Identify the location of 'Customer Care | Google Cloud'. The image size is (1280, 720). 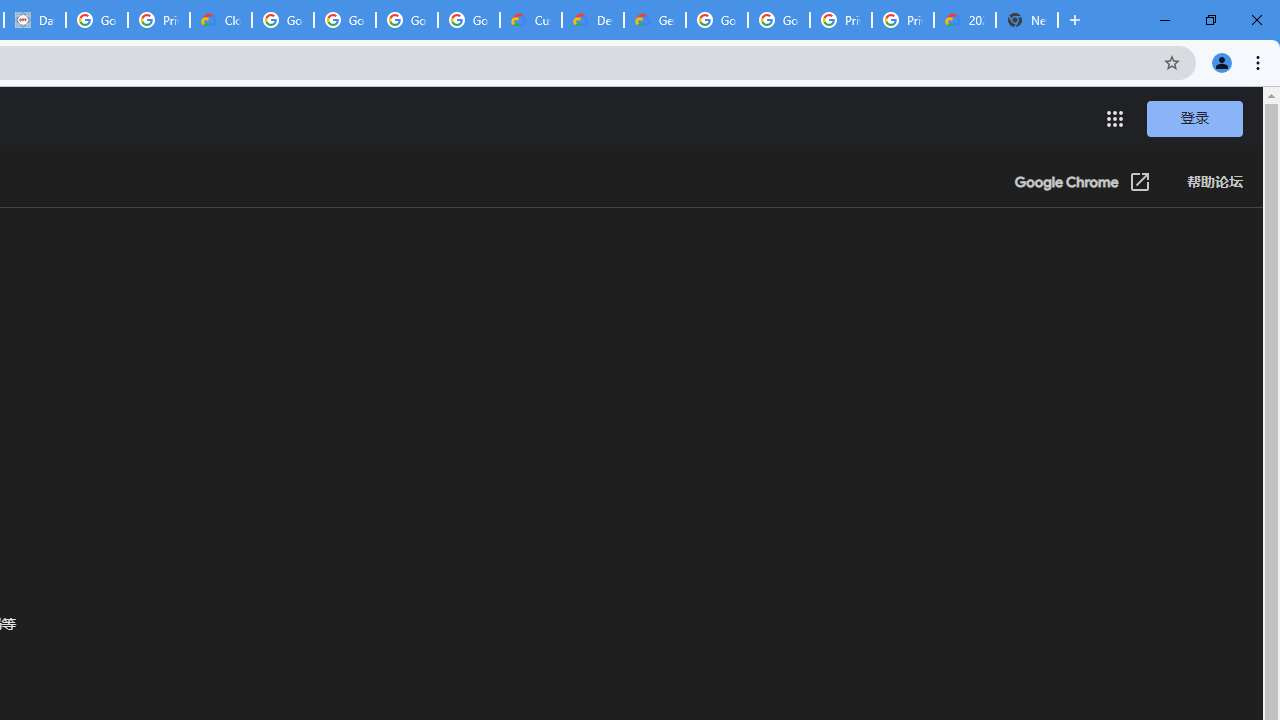
(531, 20).